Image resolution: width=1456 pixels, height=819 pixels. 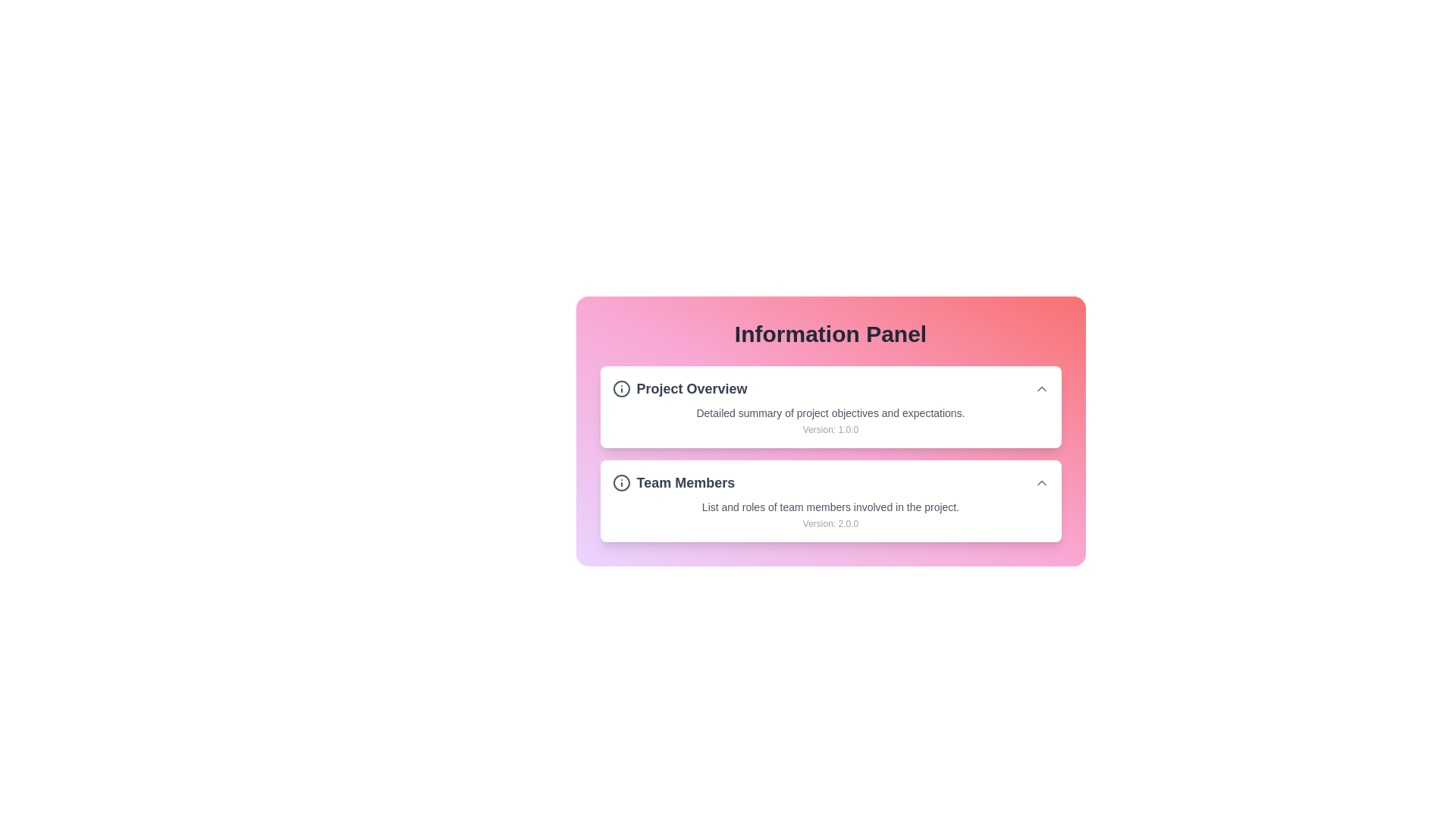 I want to click on the 'Project Overview' text label with an information icon, which is styled in bold dark gray and located at the top of a card-like interface, so click(x=679, y=388).